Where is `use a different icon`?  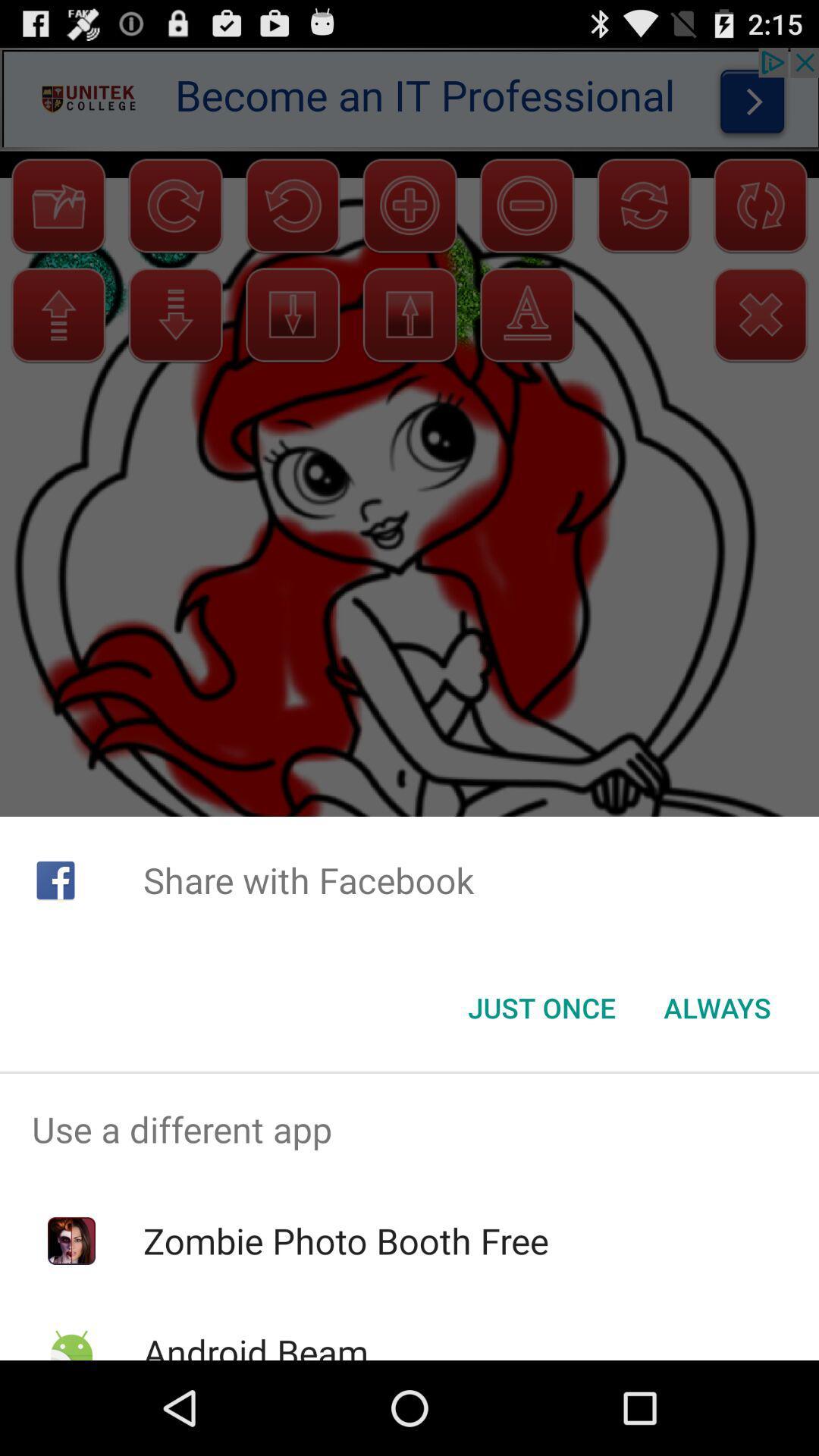 use a different icon is located at coordinates (409, 1129).